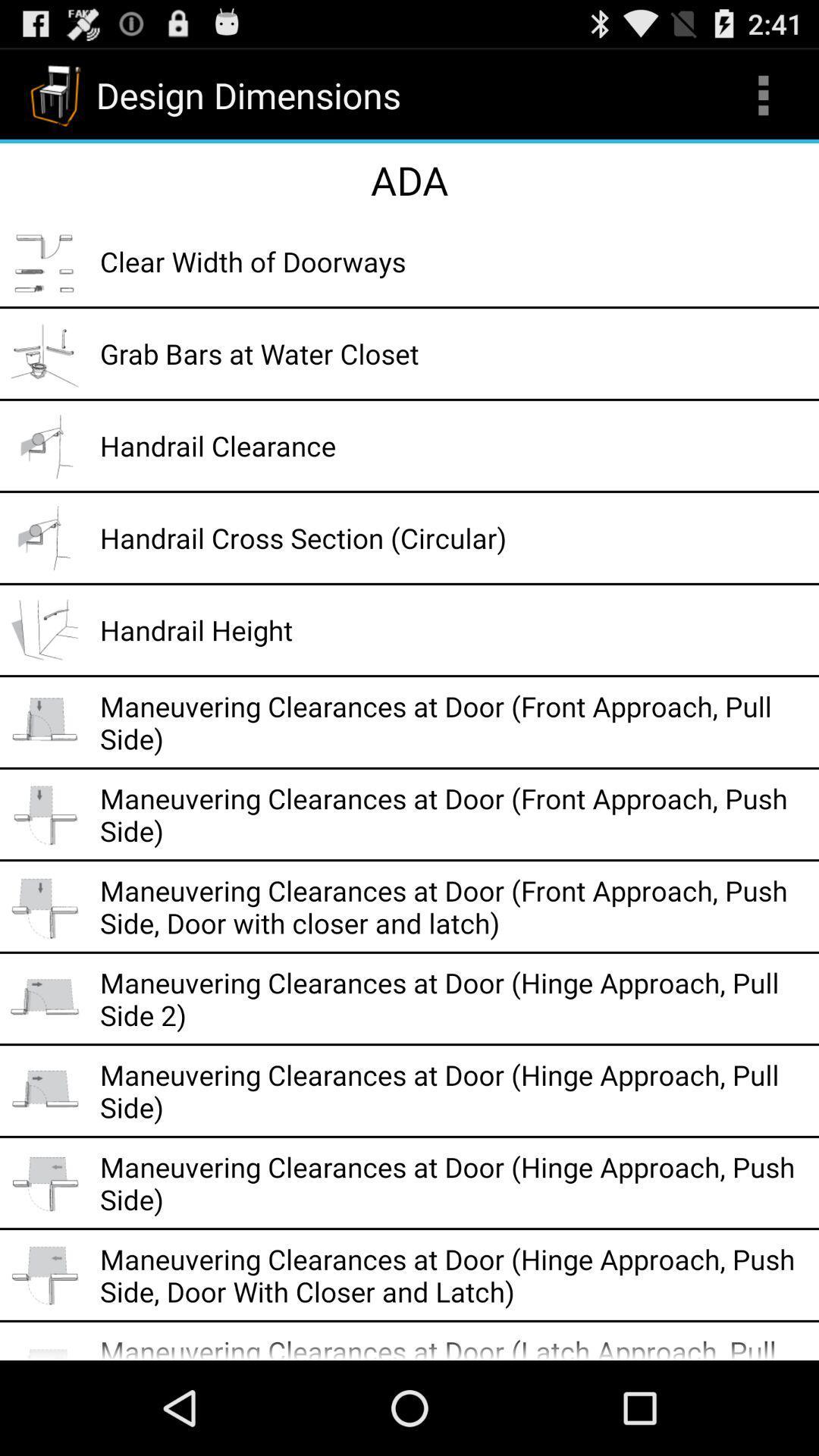 Image resolution: width=819 pixels, height=1456 pixels. What do you see at coordinates (453, 353) in the screenshot?
I see `grab bars at` at bounding box center [453, 353].